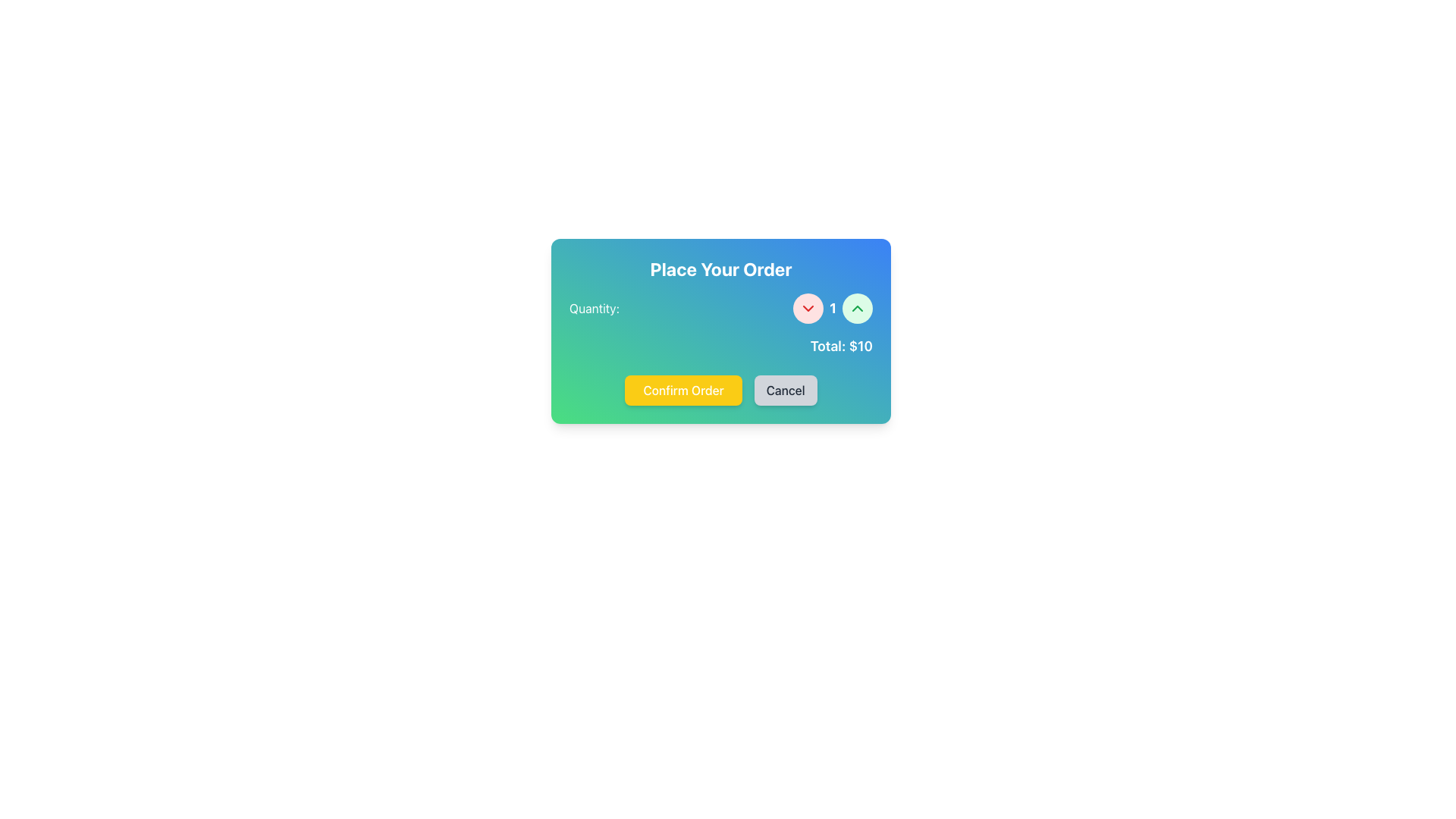 The height and width of the screenshot is (819, 1456). What do you see at coordinates (858, 308) in the screenshot?
I see `the increment button located on the right side of the quantity selector` at bounding box center [858, 308].